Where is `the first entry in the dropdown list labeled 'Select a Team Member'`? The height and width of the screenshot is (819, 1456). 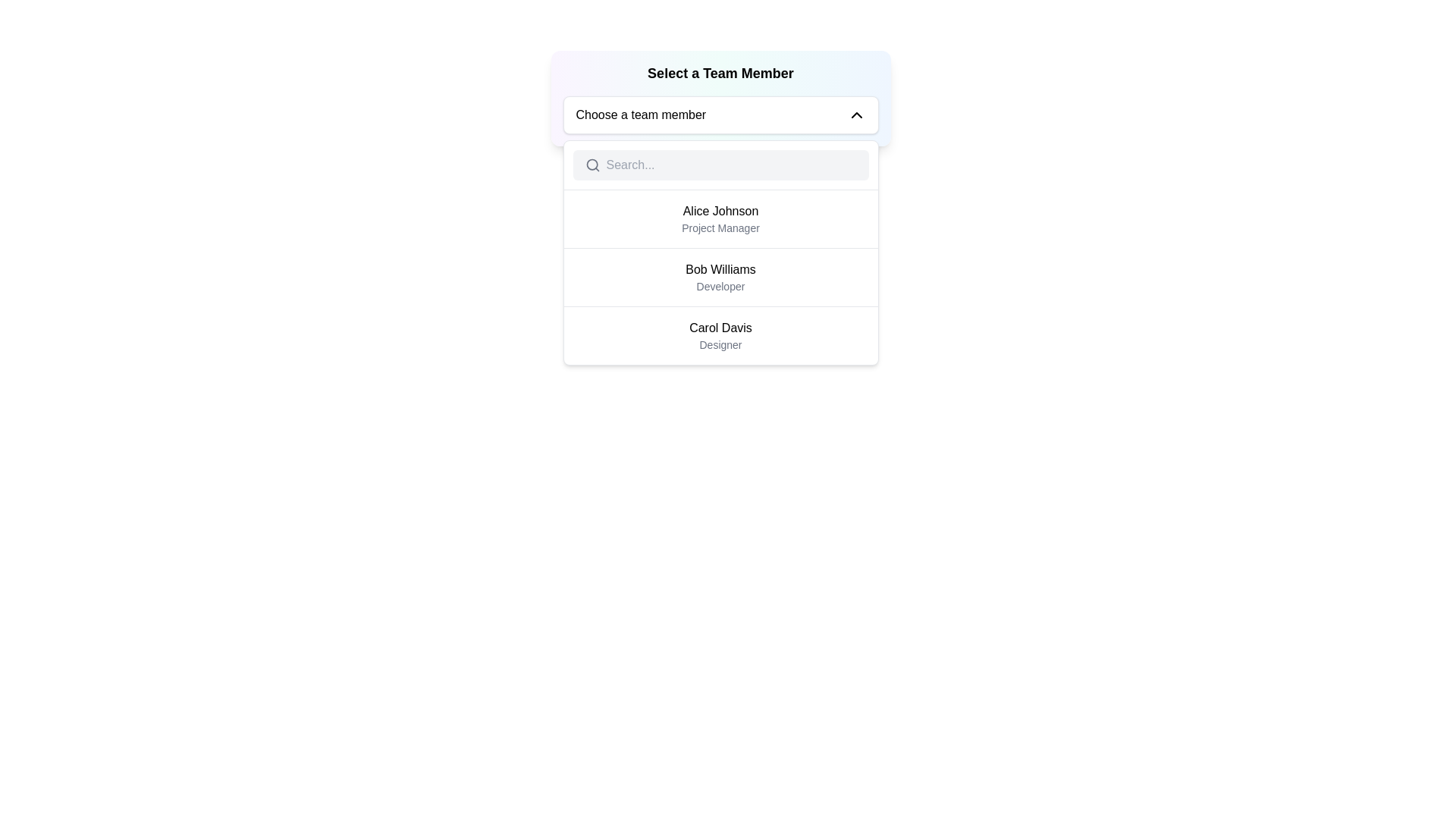
the first entry in the dropdown list labeled 'Select a Team Member' is located at coordinates (720, 219).